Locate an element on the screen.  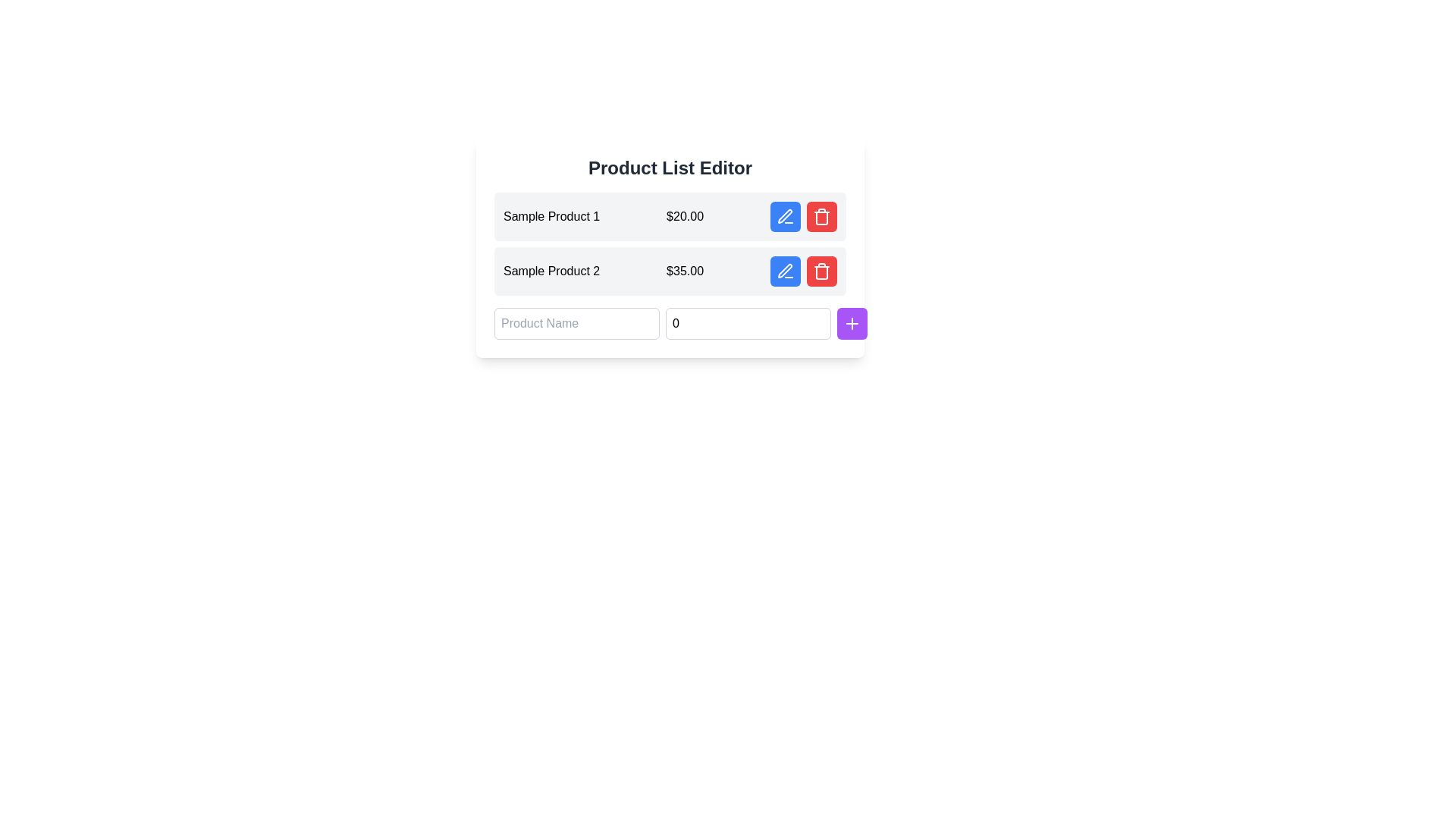
the pen icon inside the blue button on the right side of the first row in the product list table is located at coordinates (786, 216).